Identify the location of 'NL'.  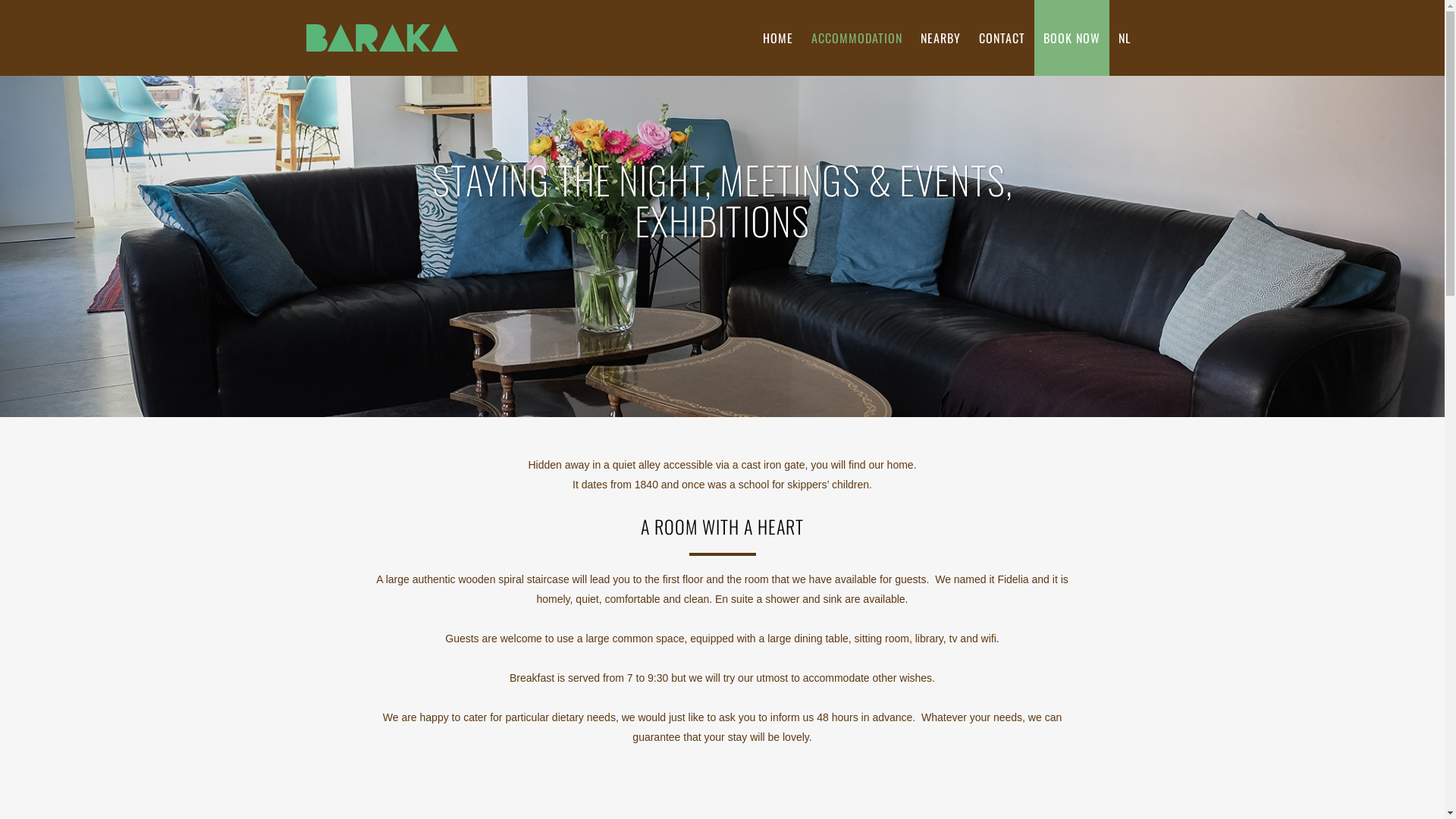
(1124, 37).